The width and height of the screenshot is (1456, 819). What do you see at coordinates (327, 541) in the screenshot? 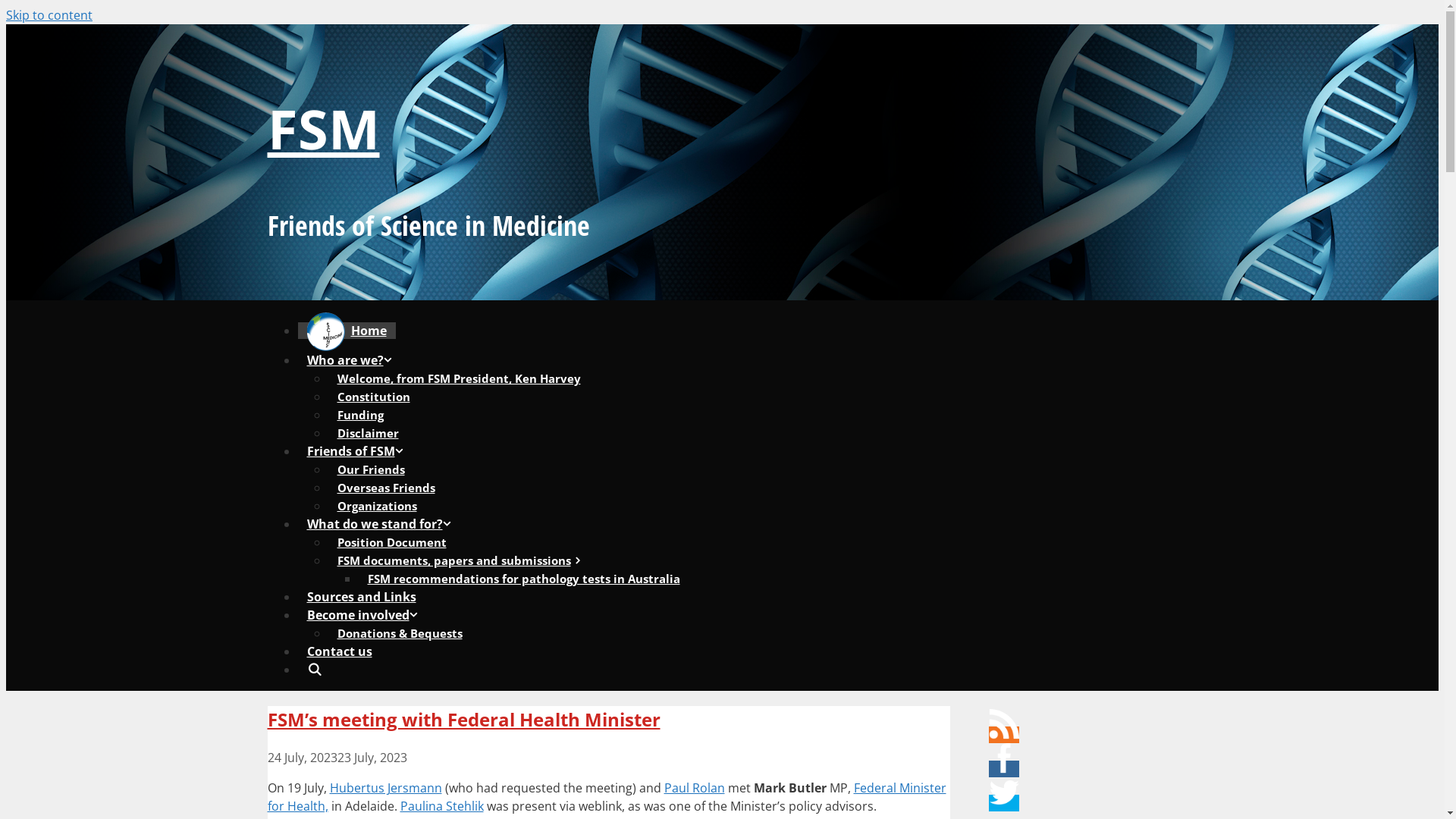
I see `'Position Document'` at bounding box center [327, 541].